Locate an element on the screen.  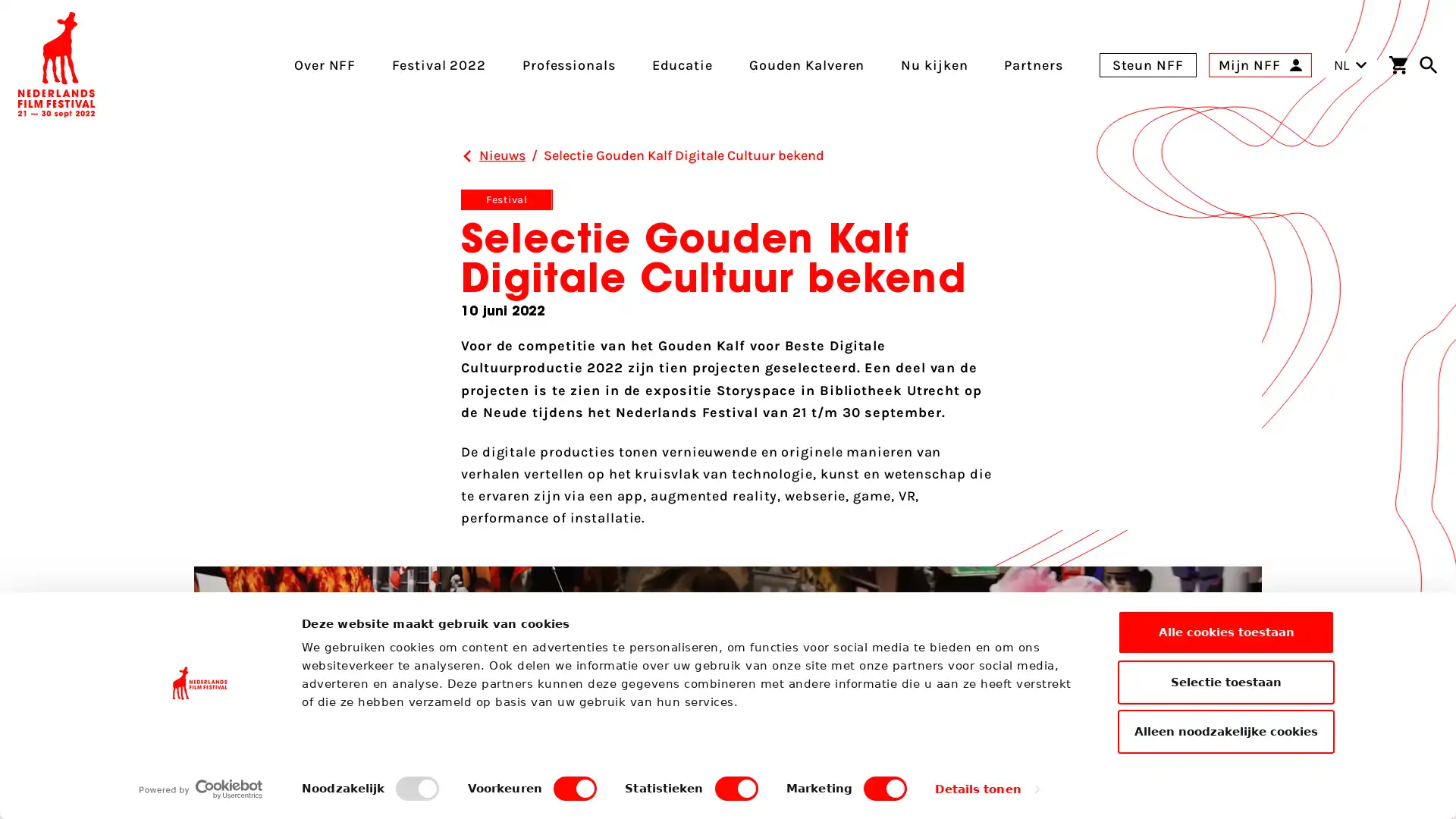
Open live chat is located at coordinates (1426, 783).